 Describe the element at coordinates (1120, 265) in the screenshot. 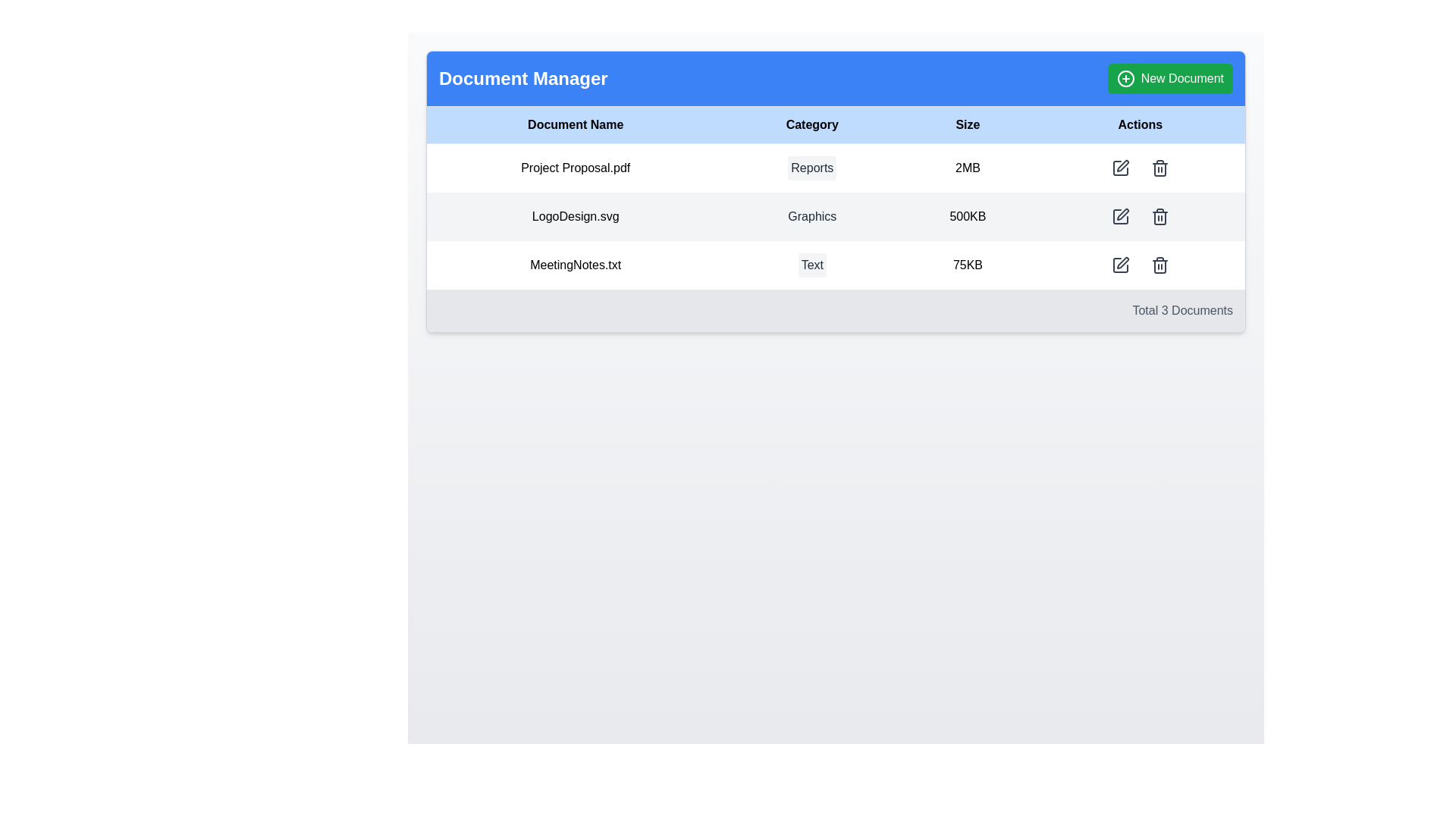

I see `the leftmost icon in the last row of the 'Actions' column to enter edit mode for the associated item` at that location.